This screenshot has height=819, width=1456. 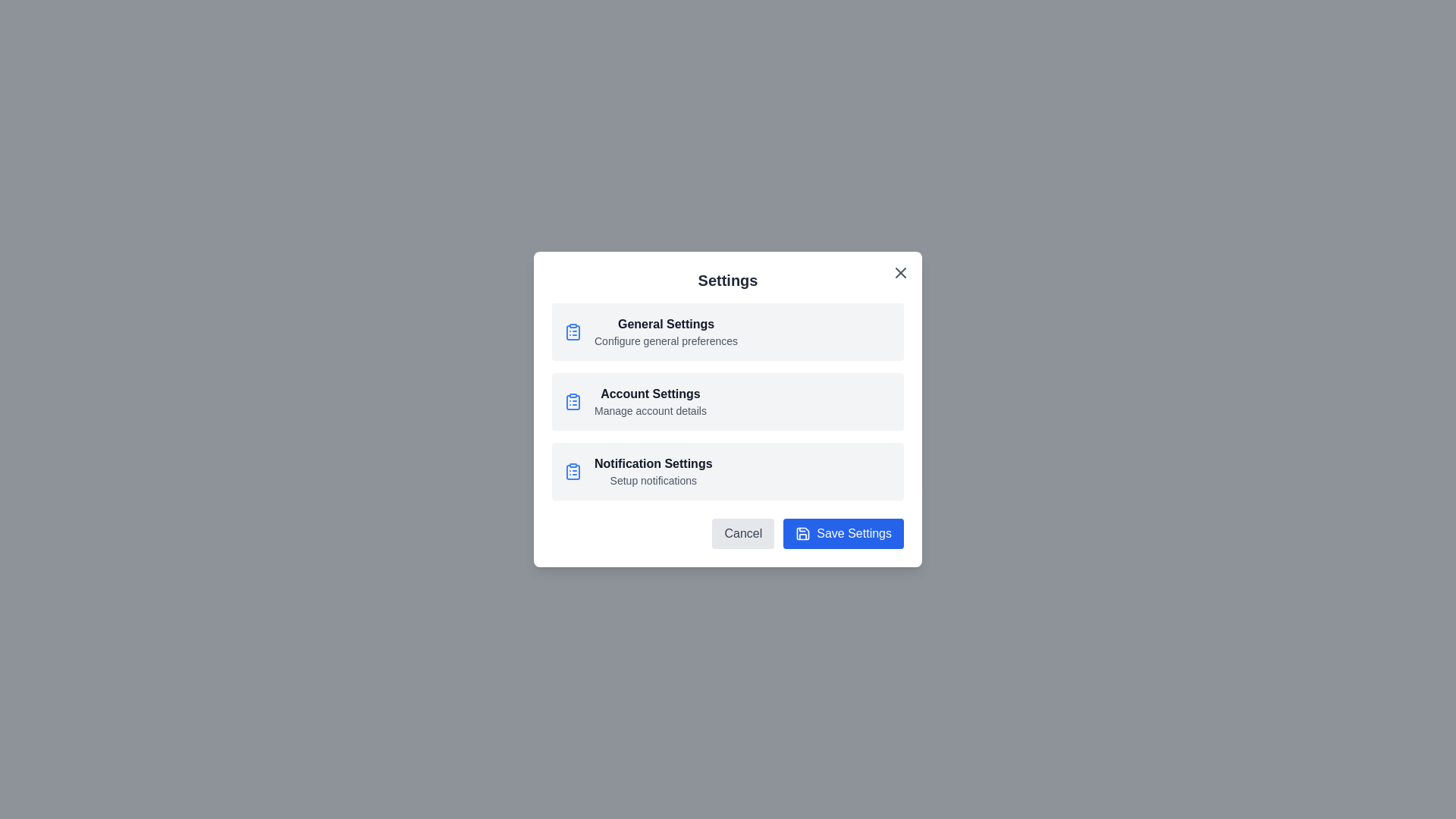 What do you see at coordinates (653, 480) in the screenshot?
I see `the static text element displaying 'Setup notifications', which is positioned beneath the bold text 'Notification Settings' within the modal box` at bounding box center [653, 480].